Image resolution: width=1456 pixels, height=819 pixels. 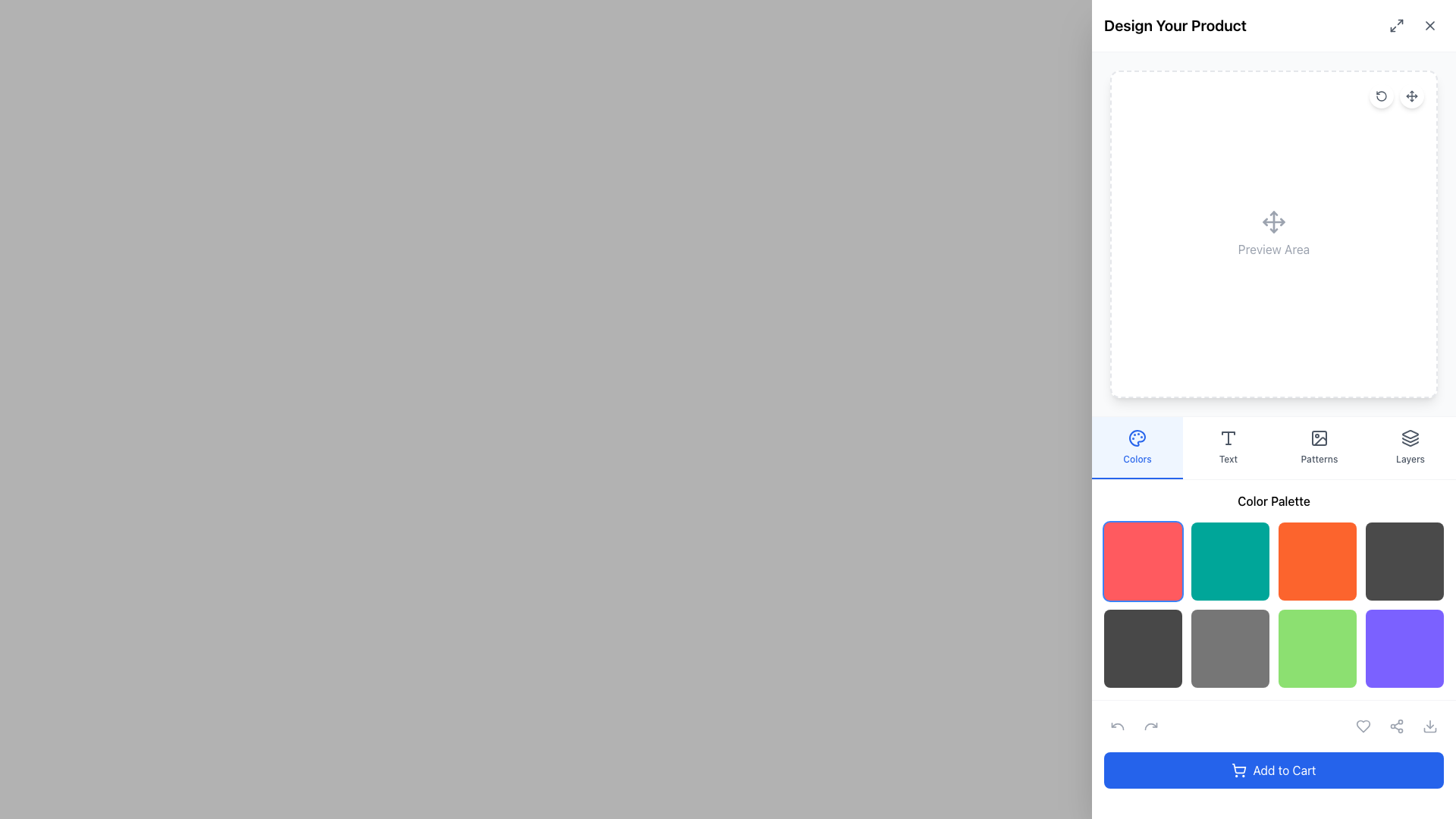 I want to click on the 'color palette' icon located in the left-side vertical toolbar next to the 'Colors' tab indicator, so click(x=1136, y=438).